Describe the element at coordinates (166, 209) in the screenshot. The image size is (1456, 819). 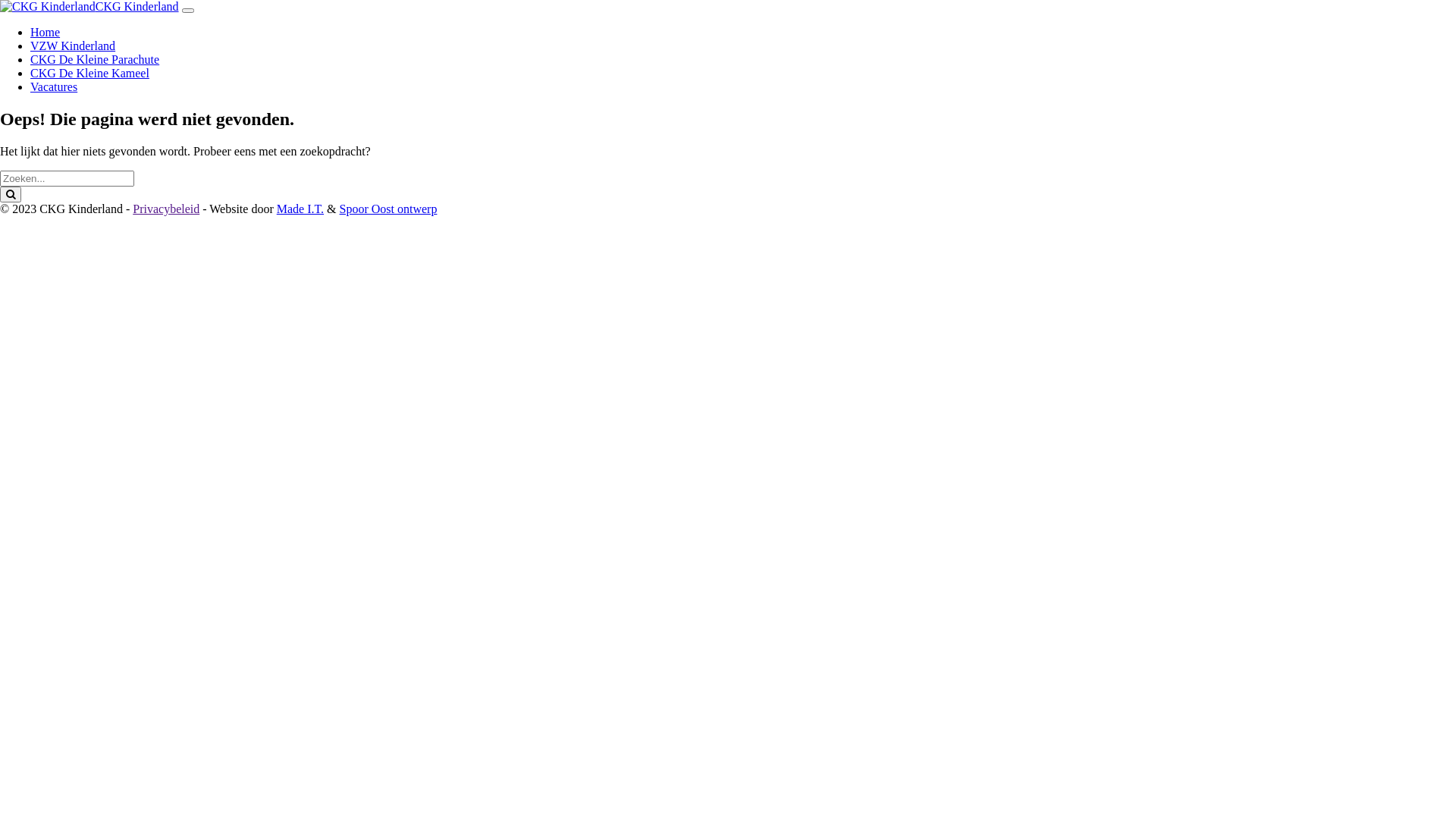
I see `'Privacybeleid'` at that location.